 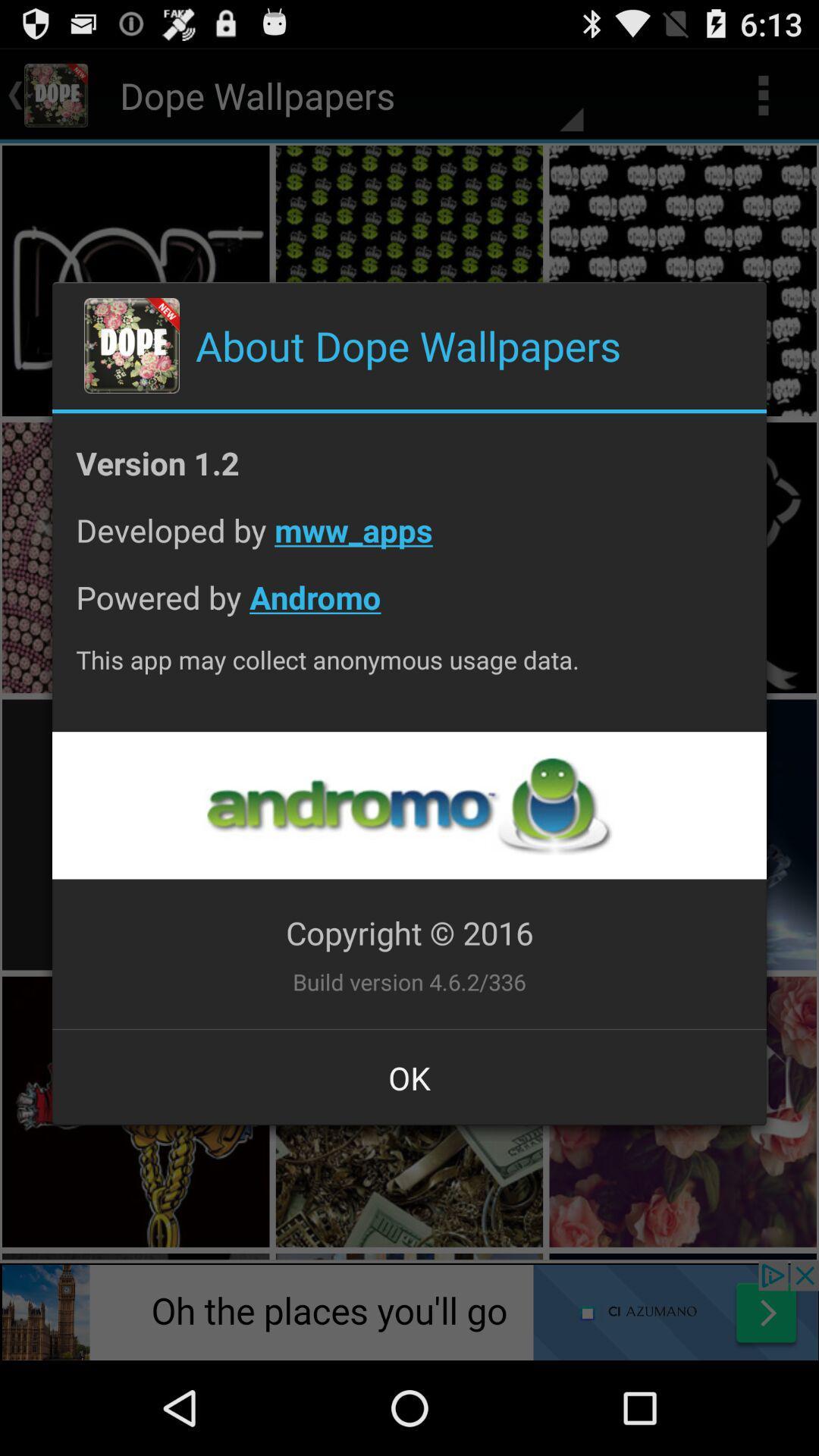 I want to click on developed by mww_apps icon, so click(x=409, y=541).